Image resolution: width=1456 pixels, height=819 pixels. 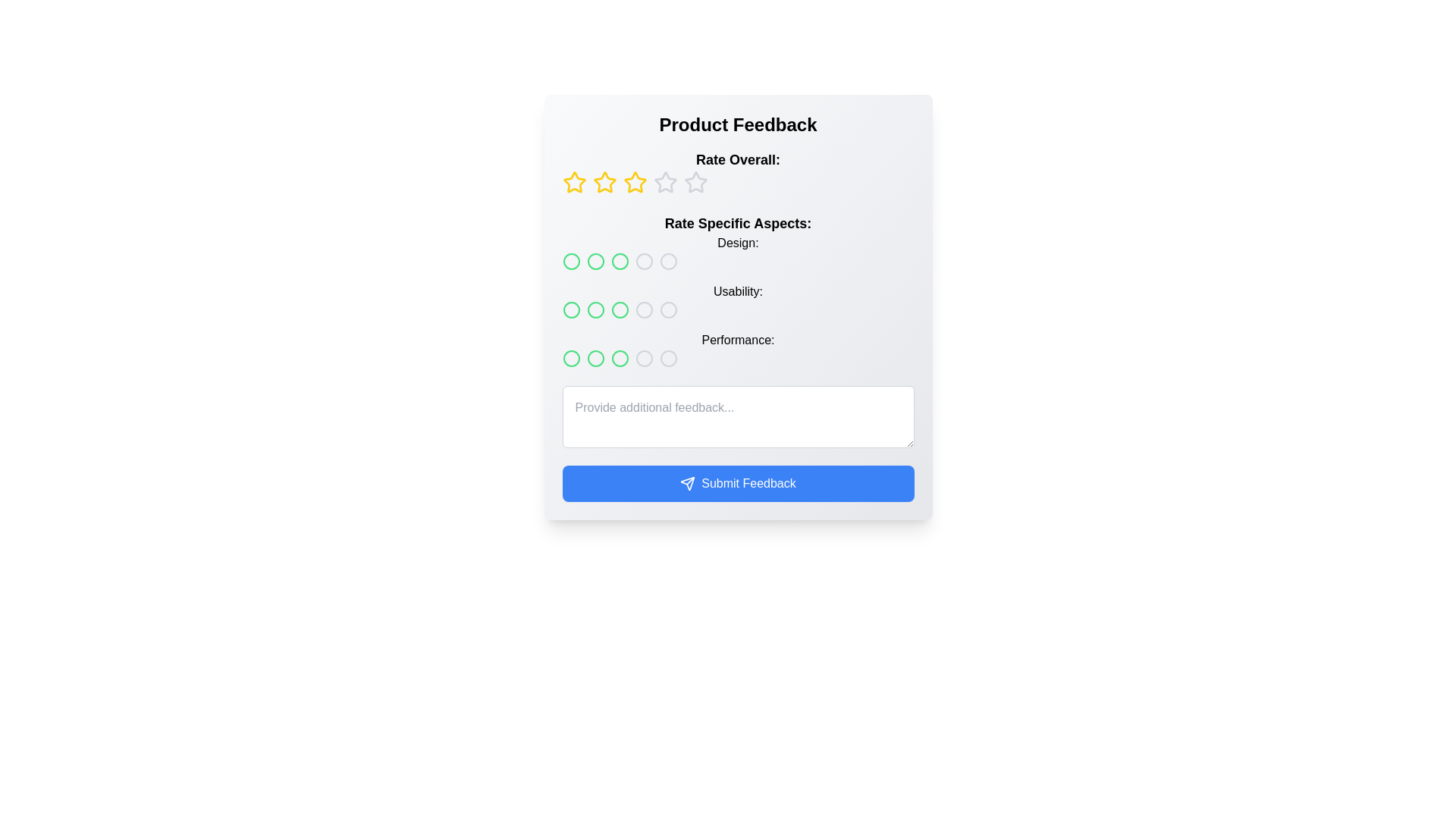 What do you see at coordinates (595, 260) in the screenshot?
I see `the second interactive rating circle under 'Rate Specific Aspects'` at bounding box center [595, 260].